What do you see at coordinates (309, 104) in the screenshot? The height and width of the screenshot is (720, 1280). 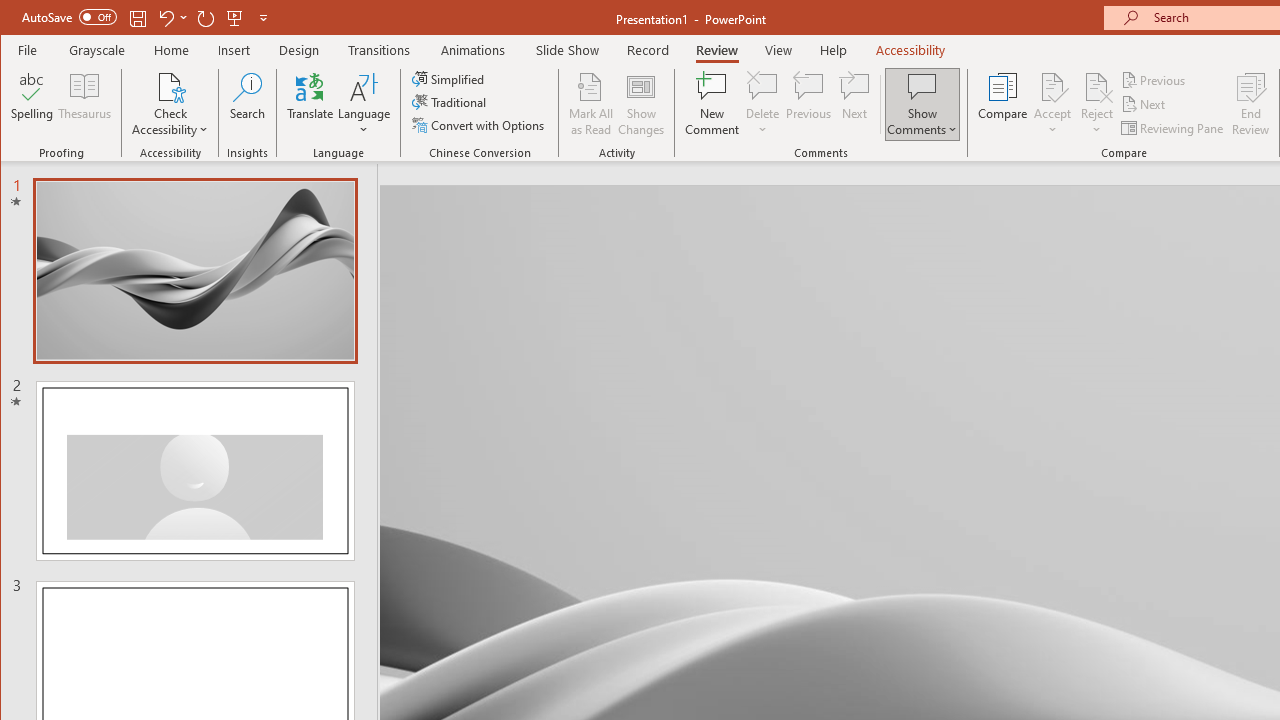 I see `'Translate'` at bounding box center [309, 104].